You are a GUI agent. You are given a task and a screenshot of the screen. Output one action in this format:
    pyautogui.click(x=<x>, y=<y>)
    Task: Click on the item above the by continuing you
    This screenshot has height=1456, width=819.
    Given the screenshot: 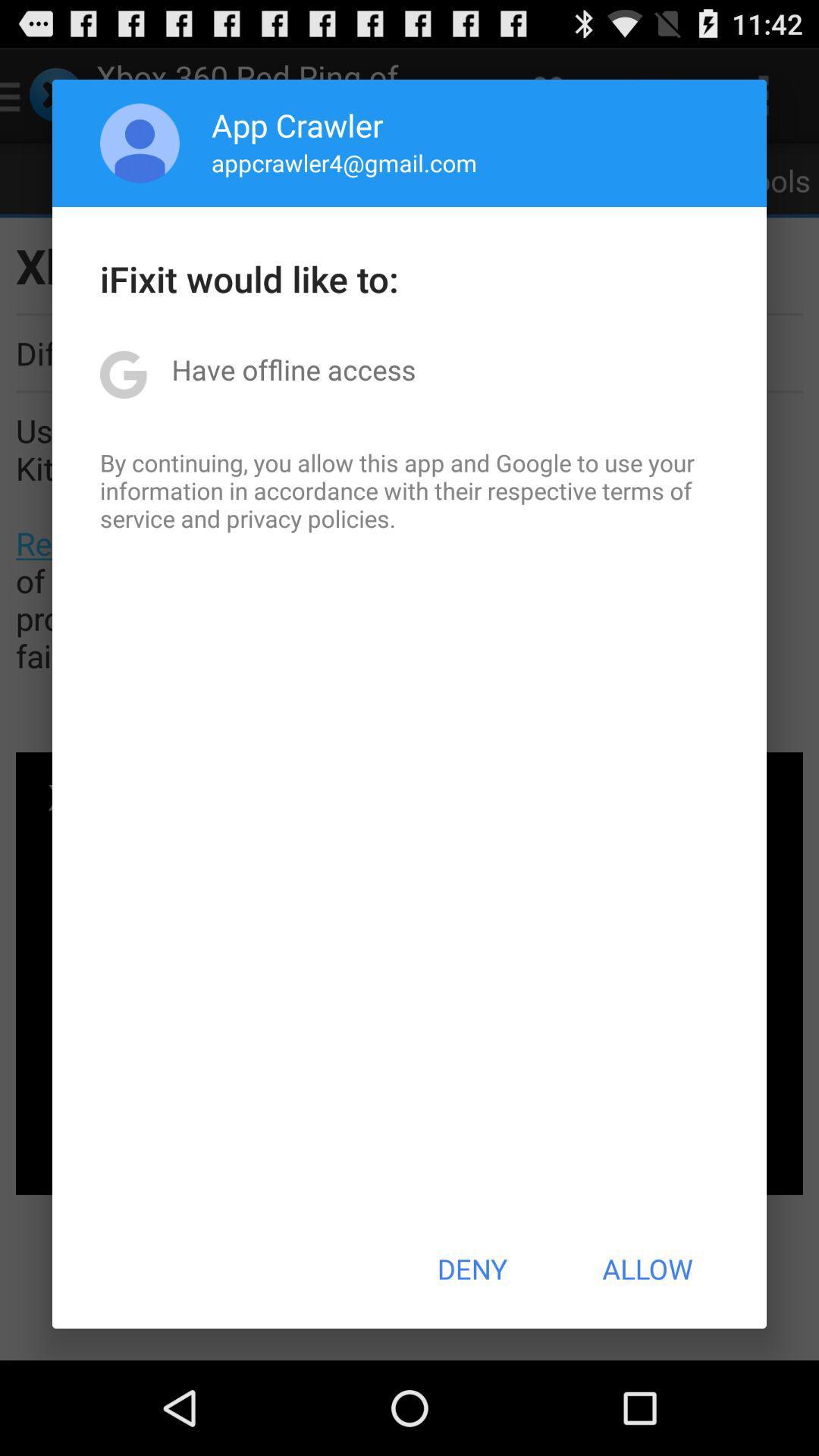 What is the action you would take?
    pyautogui.click(x=293, y=369)
    